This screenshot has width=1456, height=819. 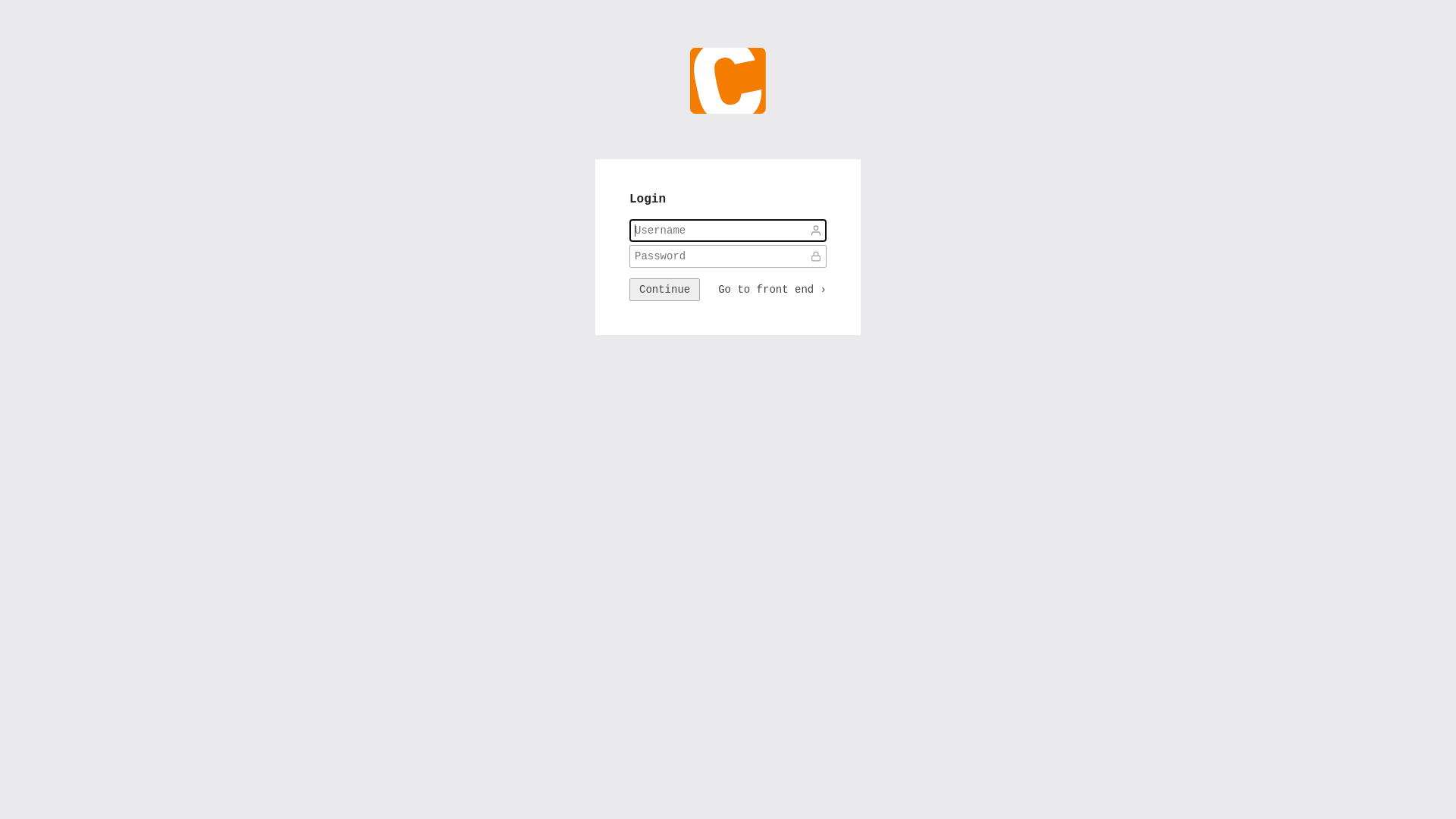 I want to click on 'Continue', so click(x=664, y=289).